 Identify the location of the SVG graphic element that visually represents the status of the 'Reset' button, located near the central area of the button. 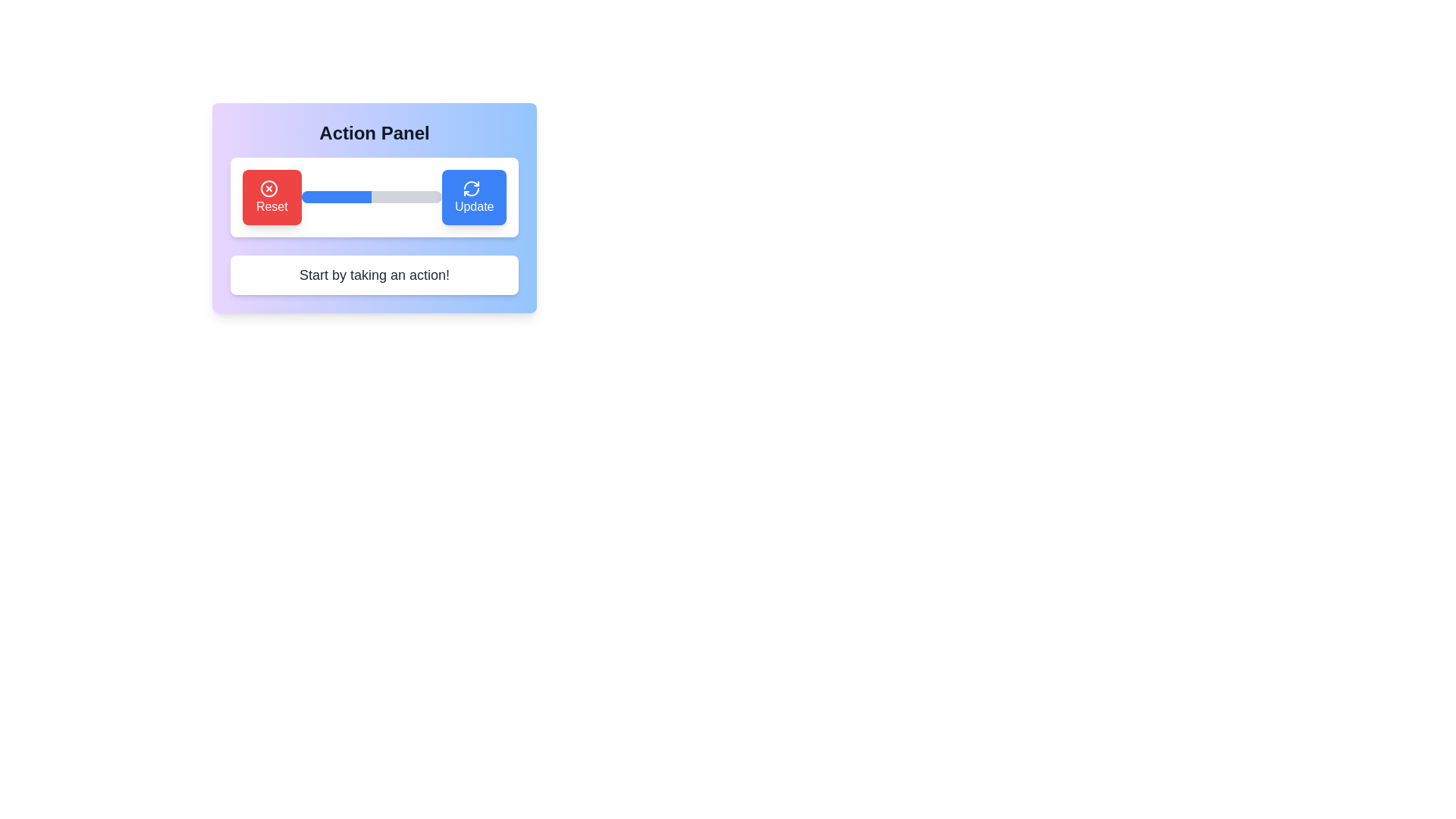
(268, 187).